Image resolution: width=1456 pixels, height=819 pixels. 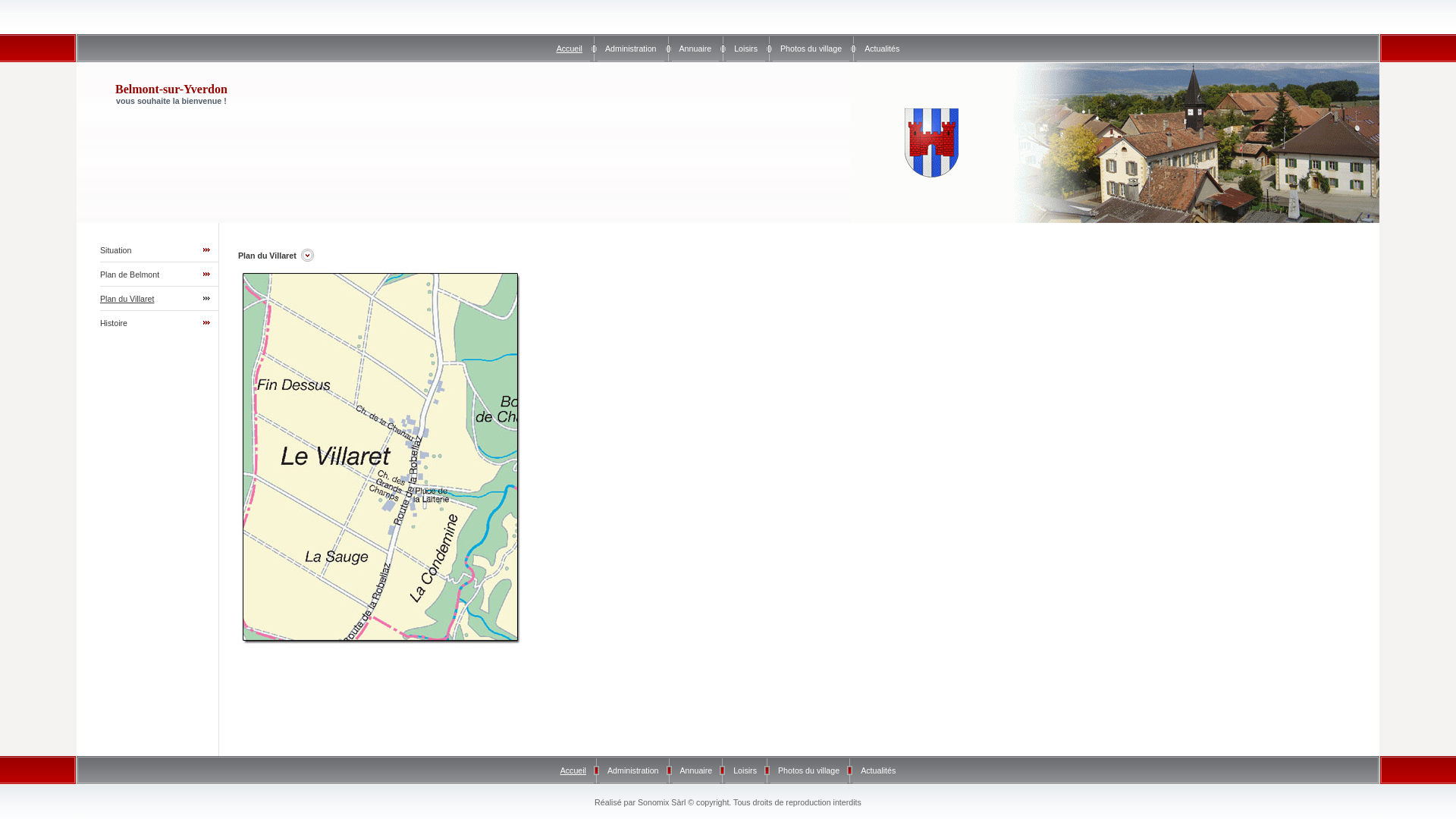 What do you see at coordinates (808, 770) in the screenshot?
I see `'Photos du village'` at bounding box center [808, 770].